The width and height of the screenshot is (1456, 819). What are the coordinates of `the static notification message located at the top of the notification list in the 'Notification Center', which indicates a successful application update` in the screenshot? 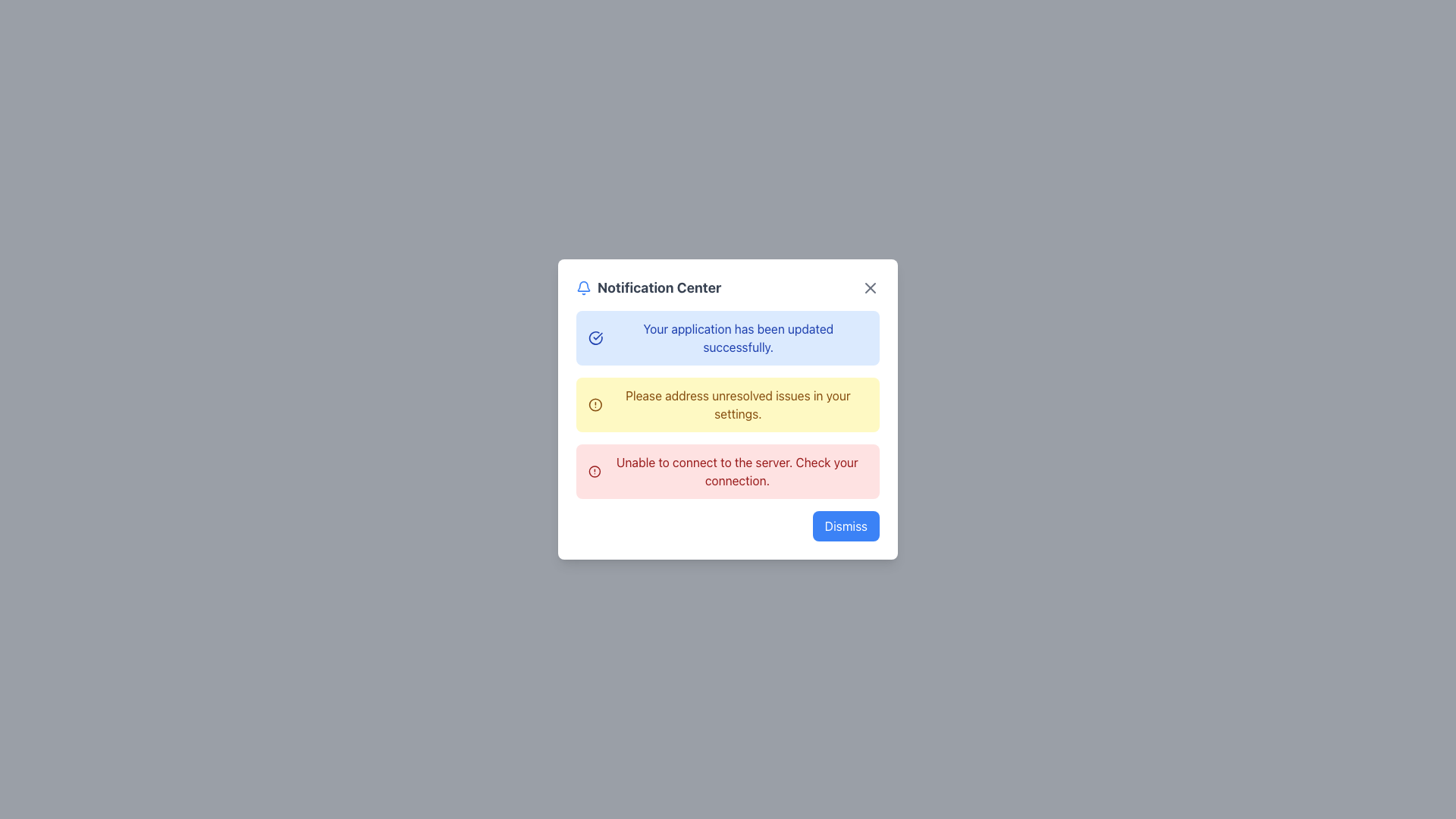 It's located at (728, 337).